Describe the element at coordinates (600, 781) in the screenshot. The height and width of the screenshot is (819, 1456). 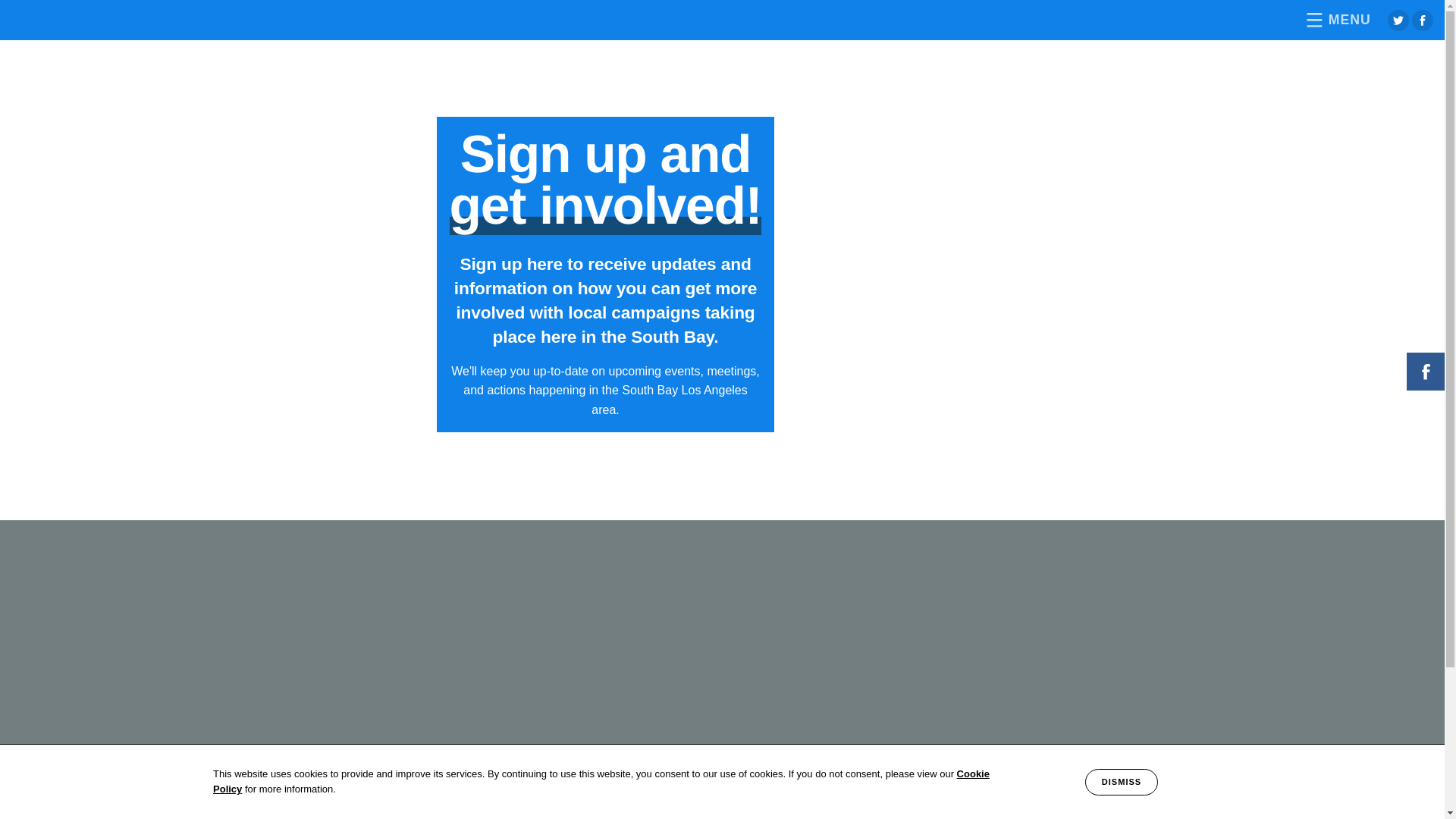
I see `'Cookie Policy'` at that location.